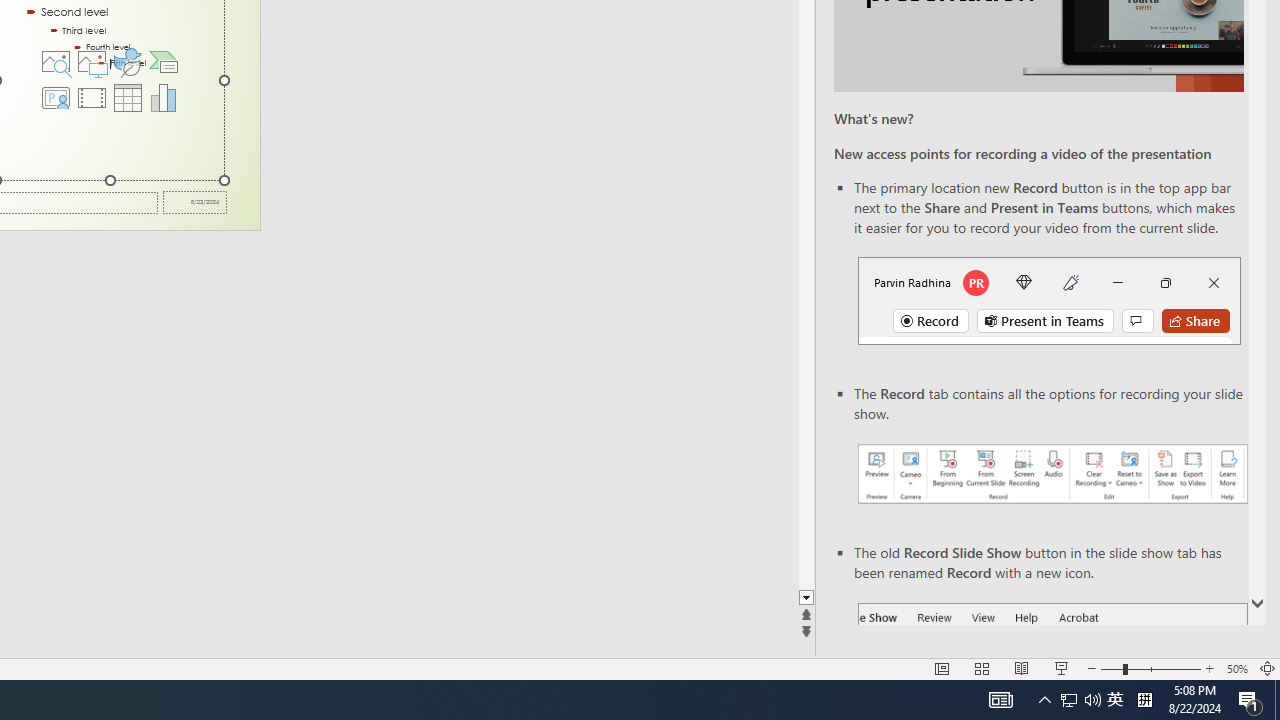 Image resolution: width=1280 pixels, height=720 pixels. What do you see at coordinates (1051, 474) in the screenshot?
I see `'Record your presentations screenshot one'` at bounding box center [1051, 474].